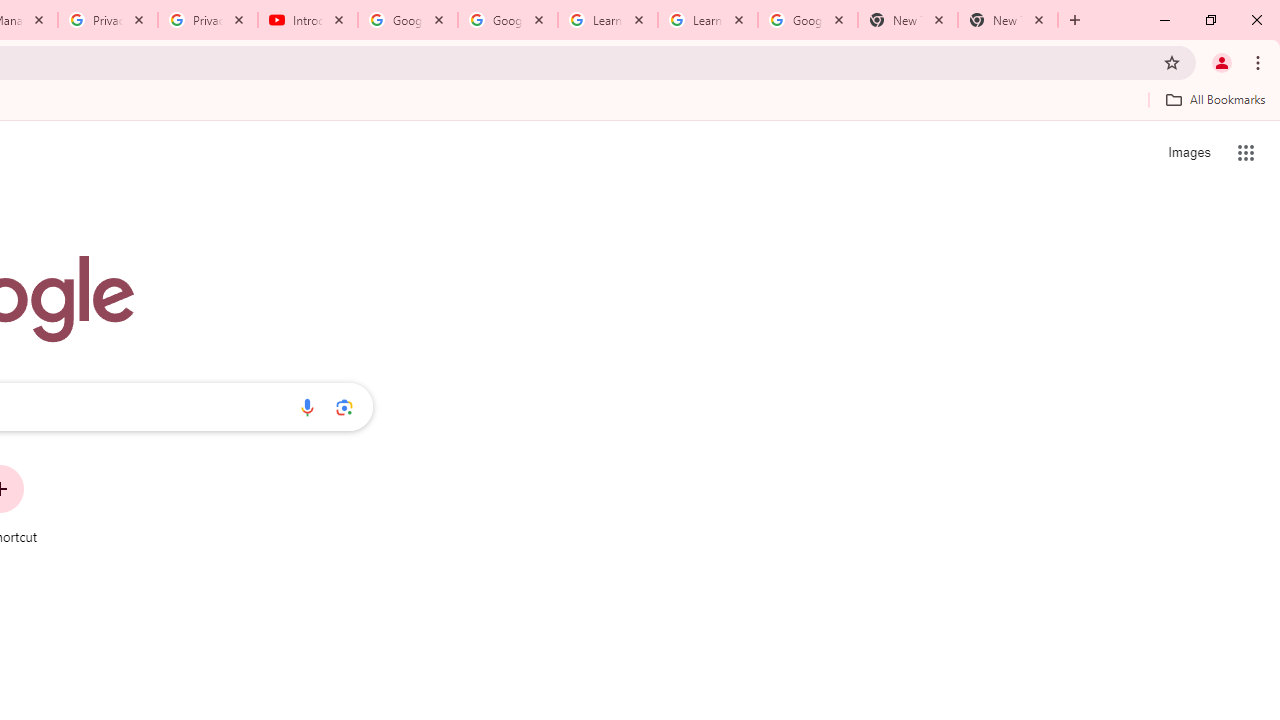 The width and height of the screenshot is (1280, 720). What do you see at coordinates (1189, 152) in the screenshot?
I see `'Search for Images '` at bounding box center [1189, 152].